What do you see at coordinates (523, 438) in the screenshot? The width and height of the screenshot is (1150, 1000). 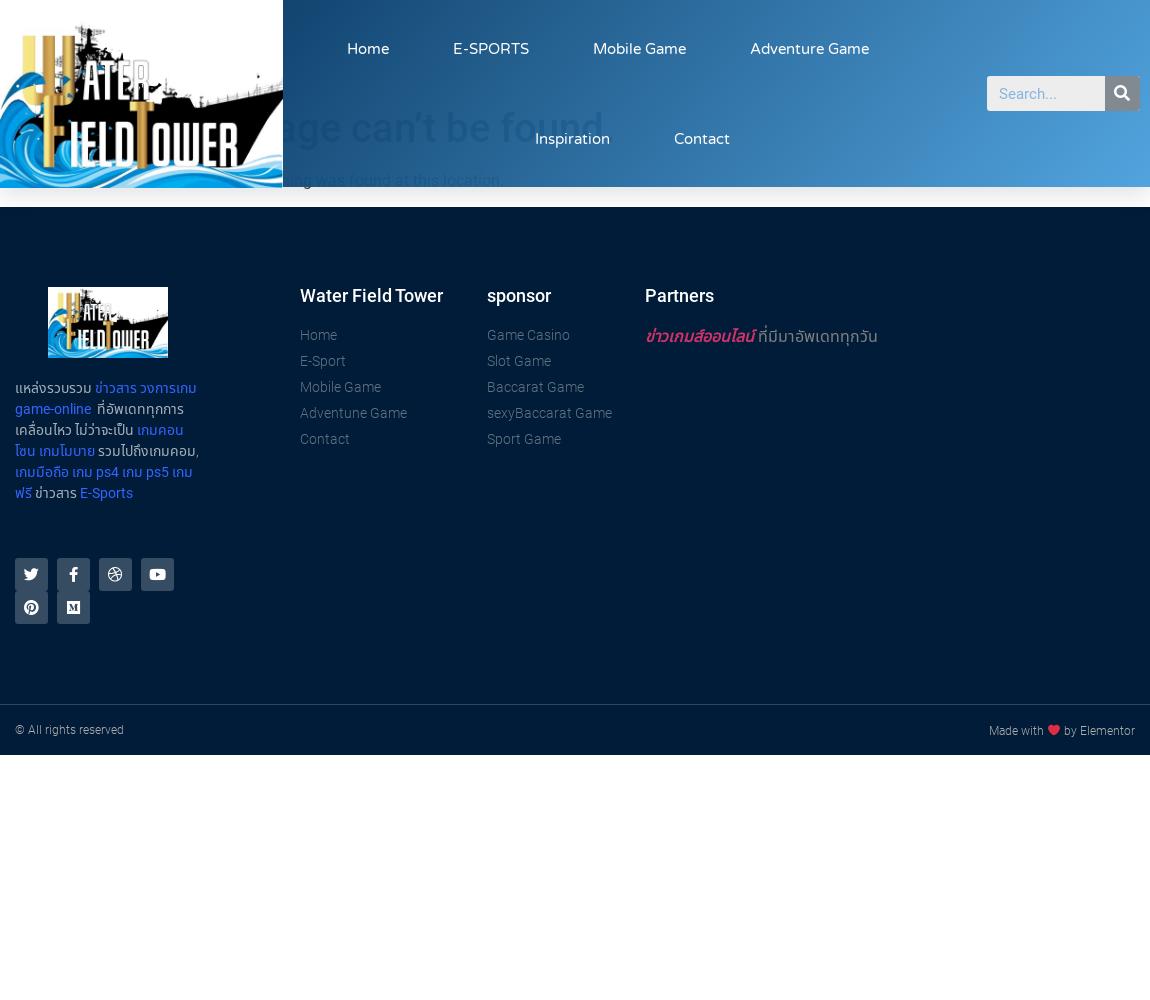 I see `'Sport Game'` at bounding box center [523, 438].